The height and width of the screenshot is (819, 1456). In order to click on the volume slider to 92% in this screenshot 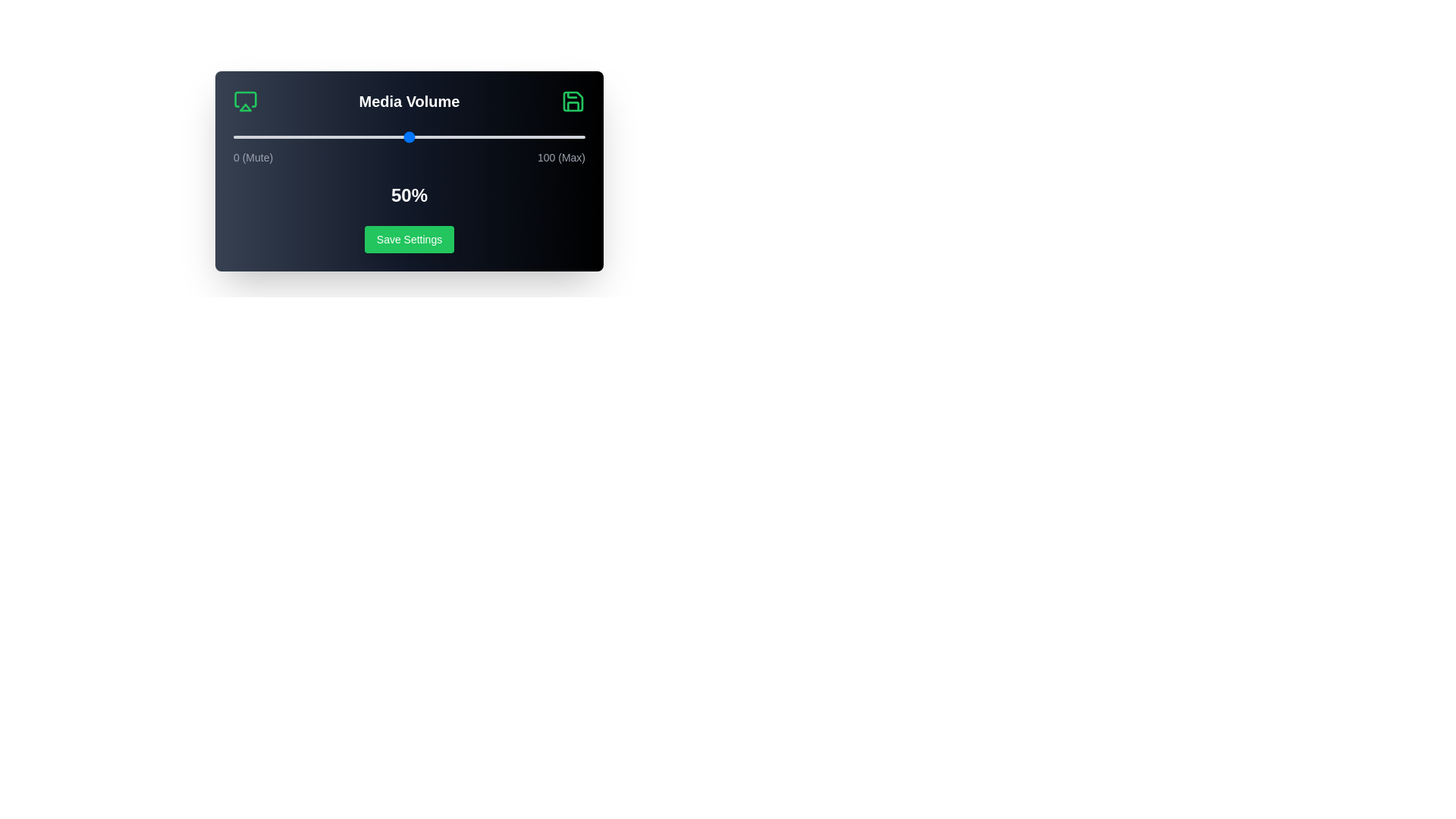, I will do `click(556, 137)`.